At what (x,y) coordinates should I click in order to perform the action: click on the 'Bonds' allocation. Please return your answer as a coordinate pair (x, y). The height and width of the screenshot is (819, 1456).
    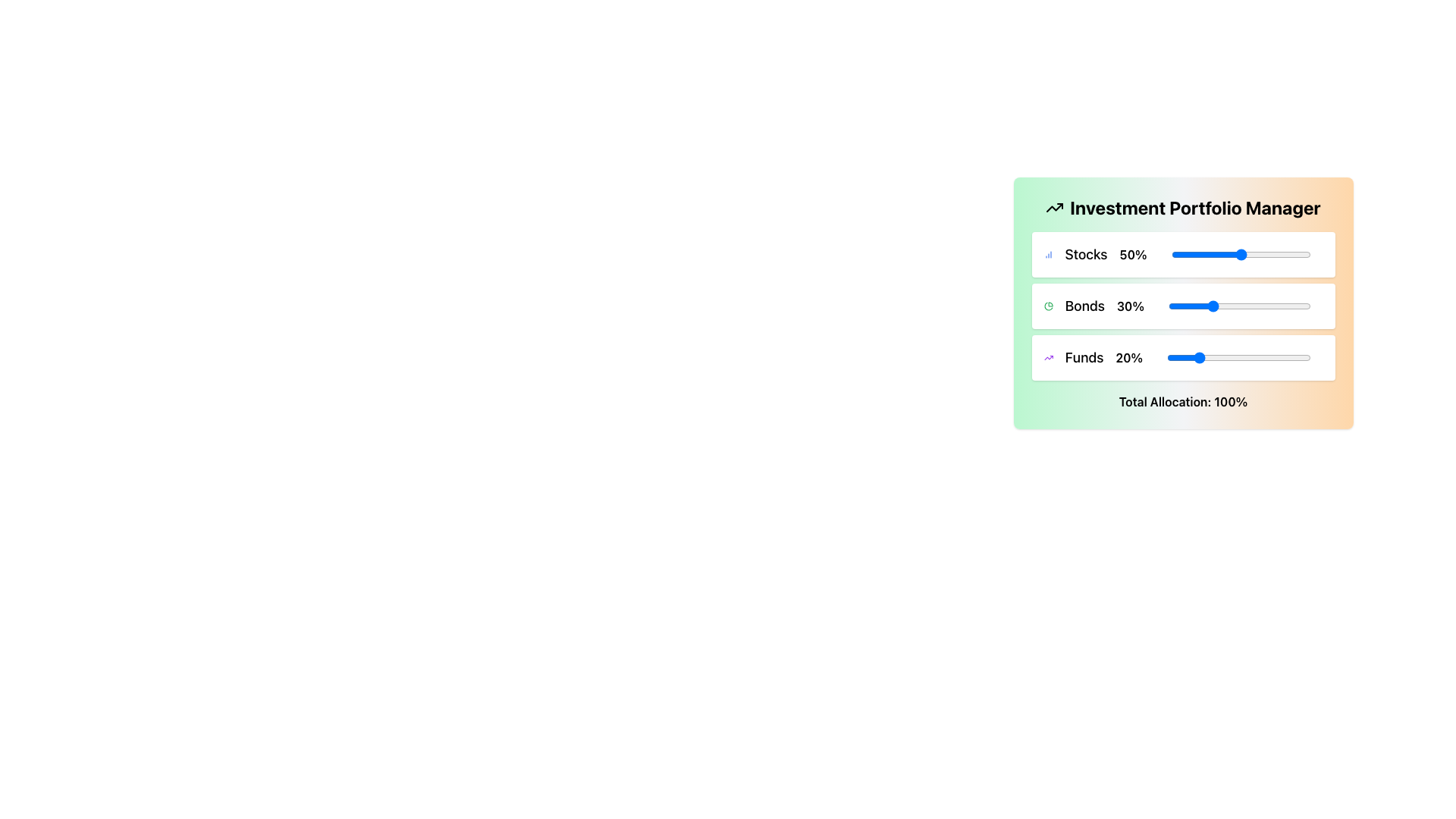
    Looking at the image, I should click on (1262, 306).